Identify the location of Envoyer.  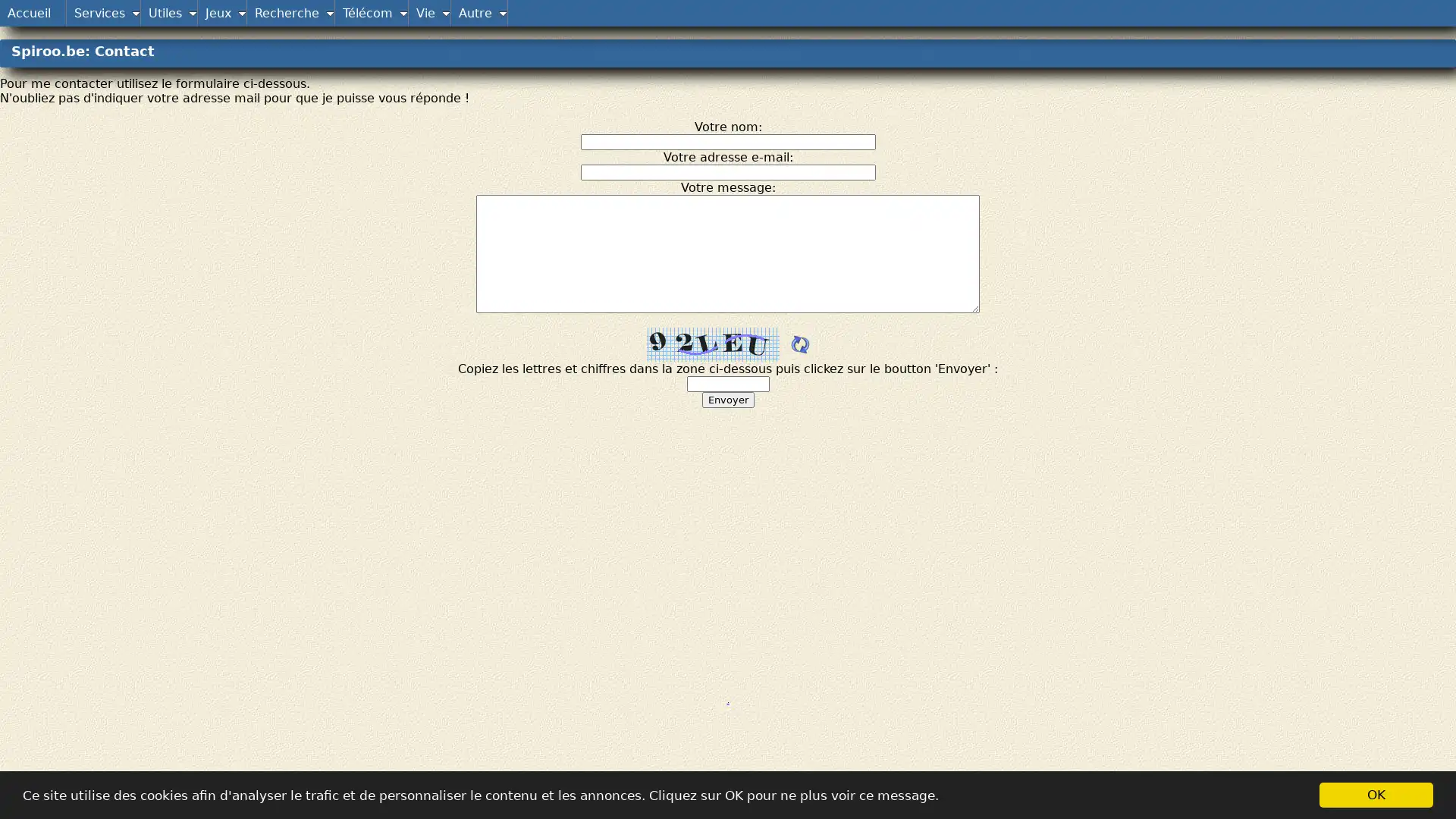
(726, 399).